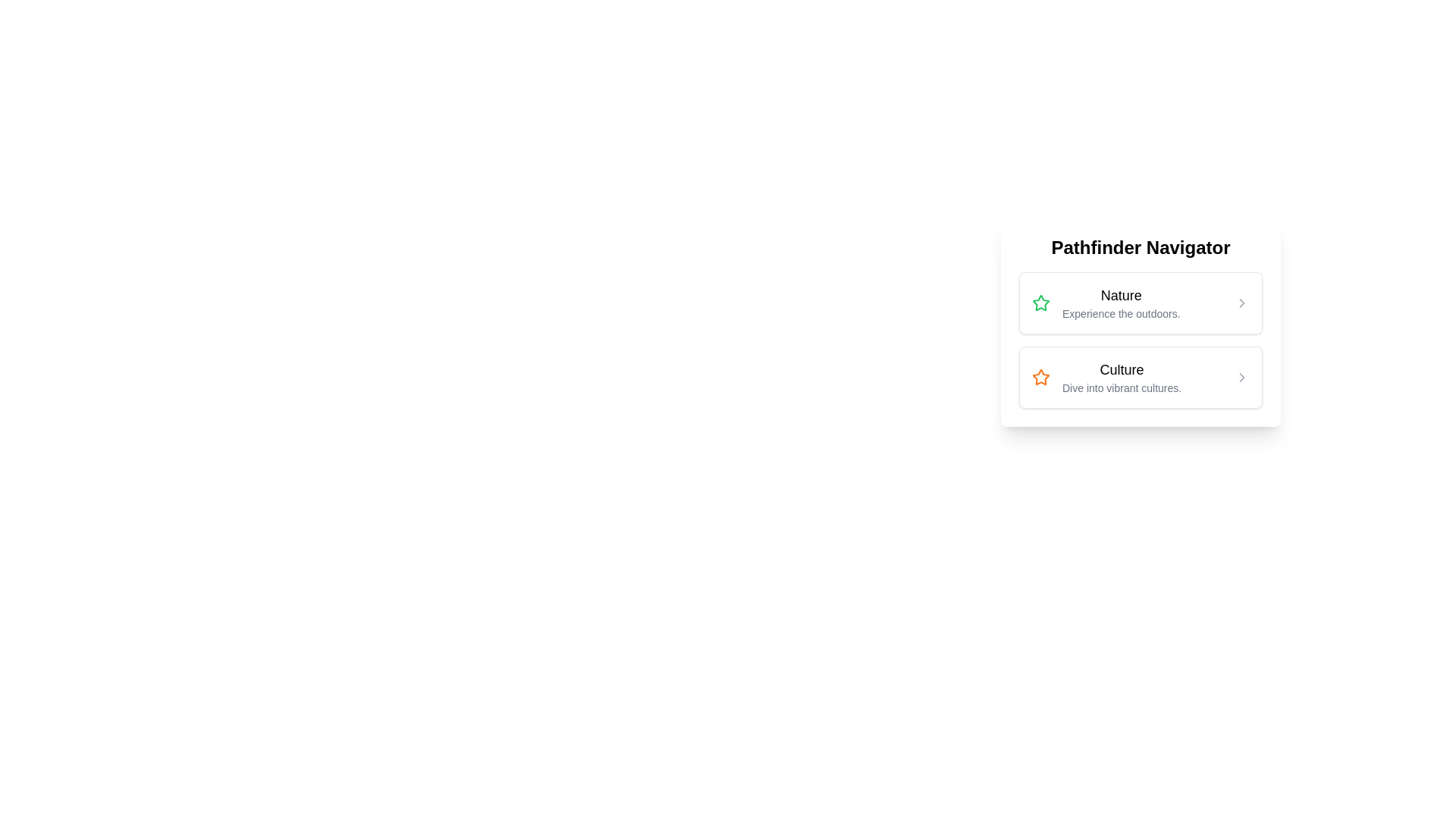 The image size is (1456, 819). I want to click on the text label 'Nature' that provides a title and description for the first card in the 'Pathfinder Navigator' to trigger a tooltip or highlight, so click(1121, 303).